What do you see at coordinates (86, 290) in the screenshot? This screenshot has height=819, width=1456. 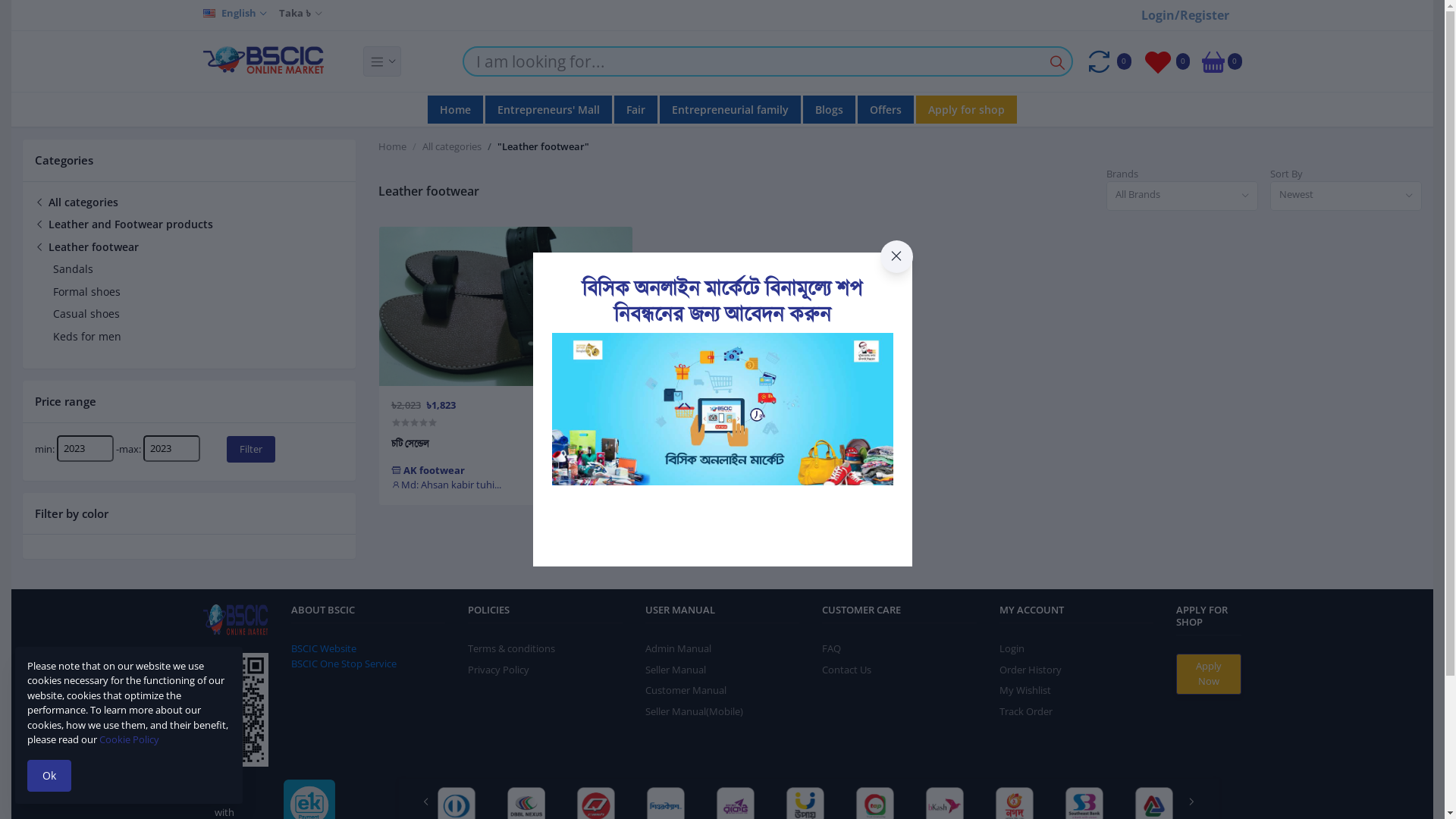 I see `'Formal shoes'` at bounding box center [86, 290].